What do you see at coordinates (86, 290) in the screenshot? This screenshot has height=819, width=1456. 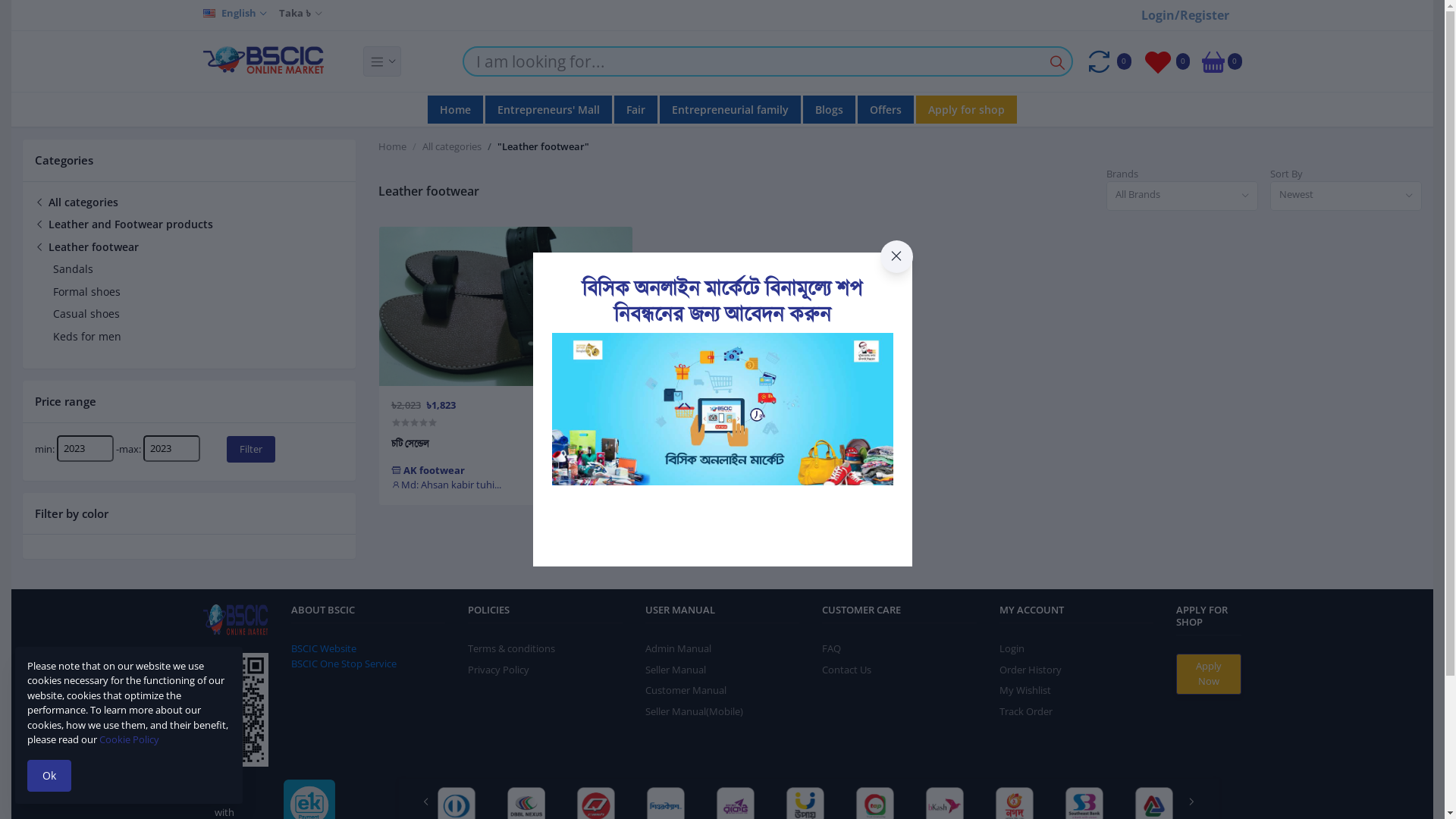 I see `'Formal shoes'` at bounding box center [86, 290].